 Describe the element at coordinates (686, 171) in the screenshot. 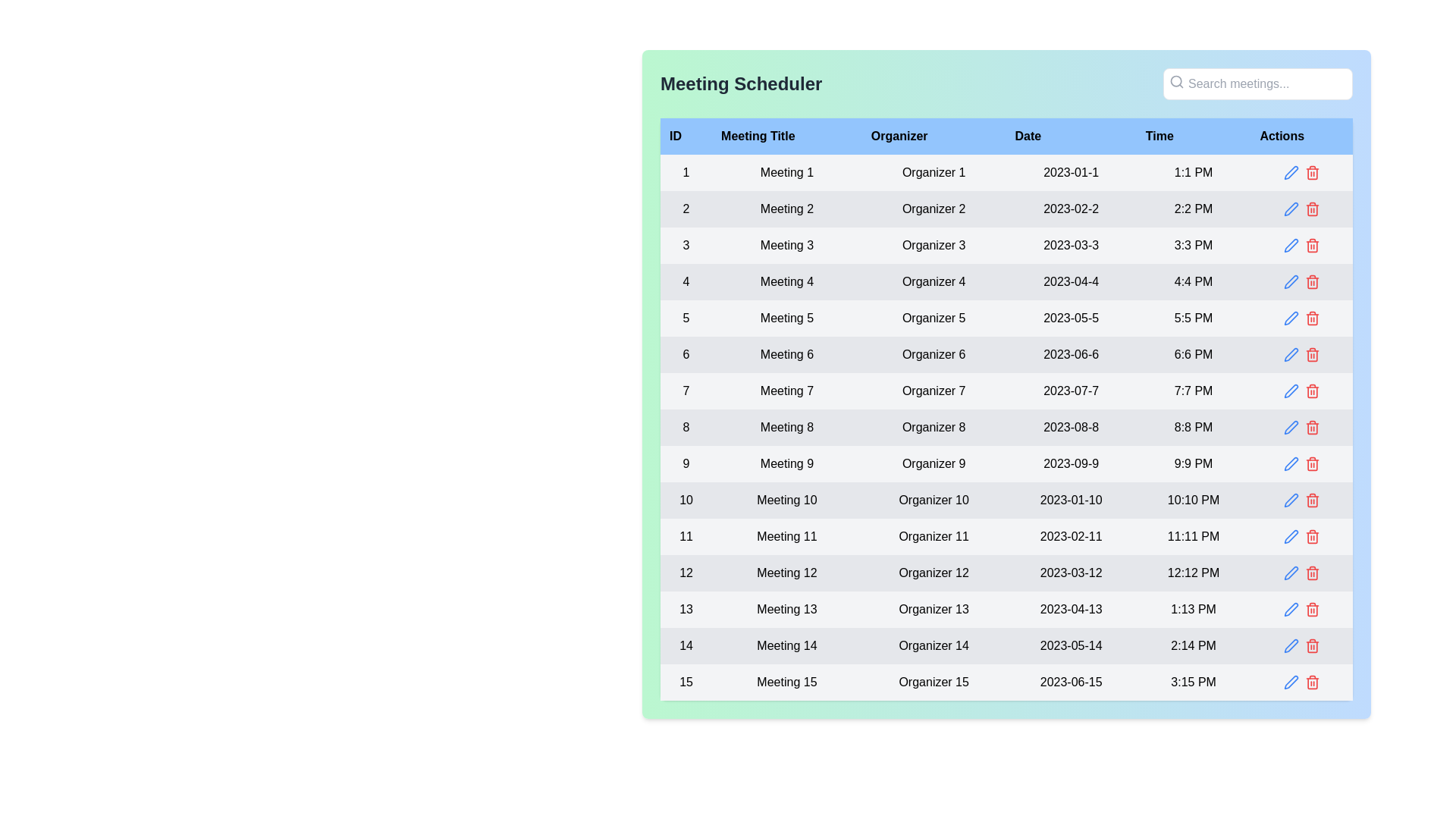

I see `the text content in the first column of the first row within the table labeled 'Meeting Scheduler'` at that location.